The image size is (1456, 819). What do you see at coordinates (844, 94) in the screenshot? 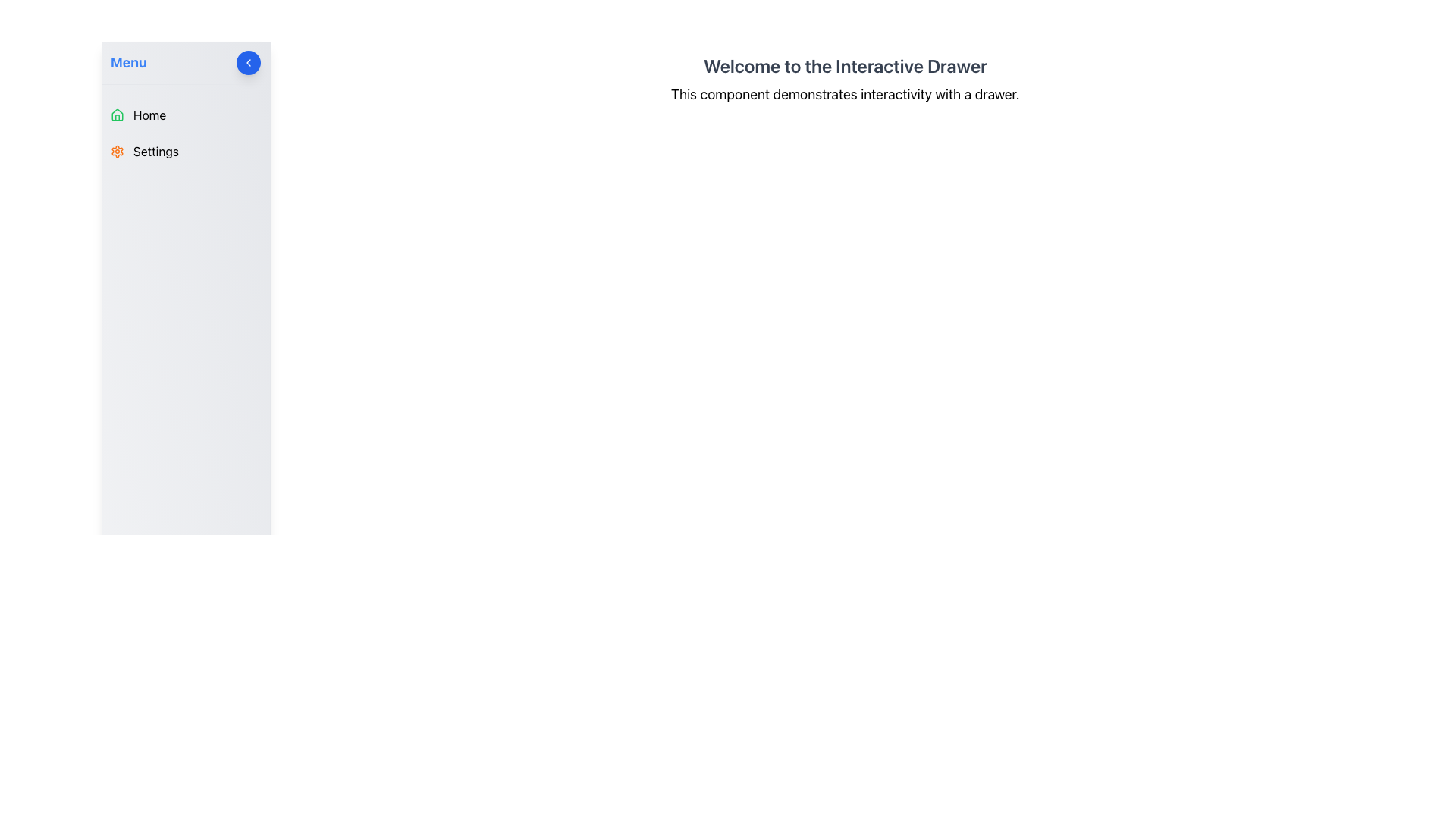
I see `text label displaying 'This component demonstrates interactivity with a drawer.' which is located below the title 'Welcome to the Interactive Drawer.'` at bounding box center [844, 94].